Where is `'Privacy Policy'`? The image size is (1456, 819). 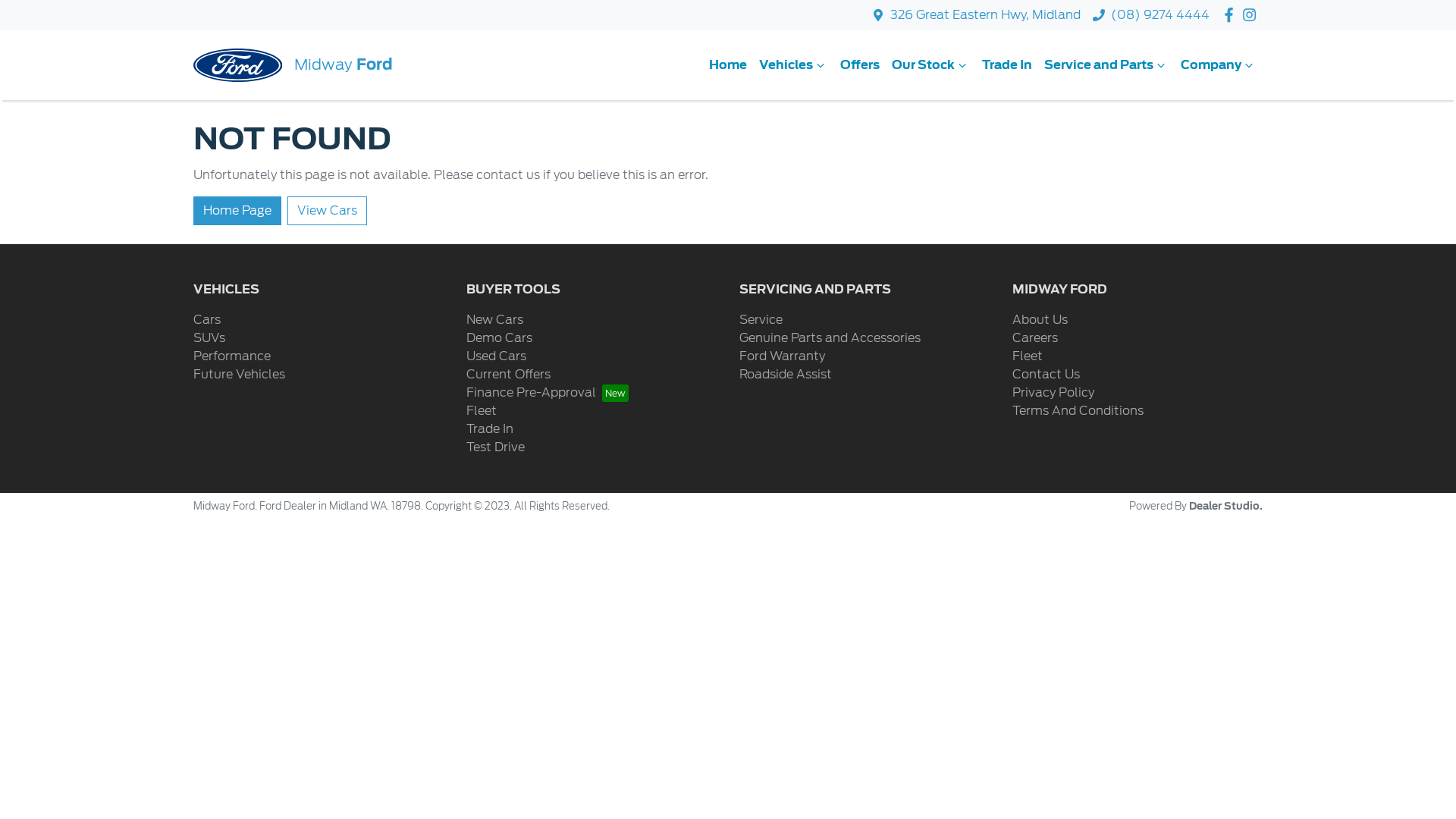 'Privacy Policy' is located at coordinates (1052, 391).